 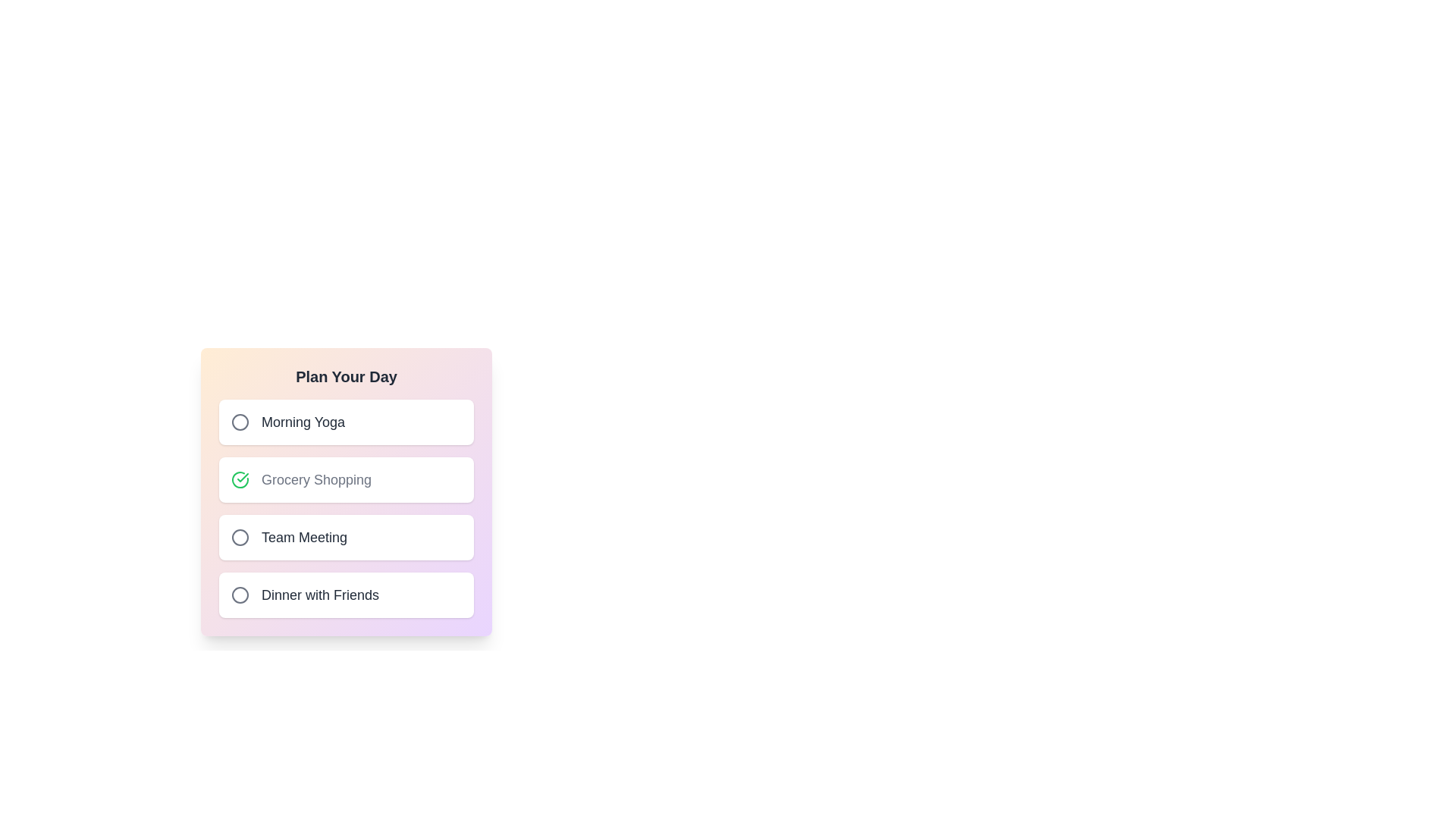 I want to click on the activity identified by Grocery Shopping, so click(x=239, y=479).